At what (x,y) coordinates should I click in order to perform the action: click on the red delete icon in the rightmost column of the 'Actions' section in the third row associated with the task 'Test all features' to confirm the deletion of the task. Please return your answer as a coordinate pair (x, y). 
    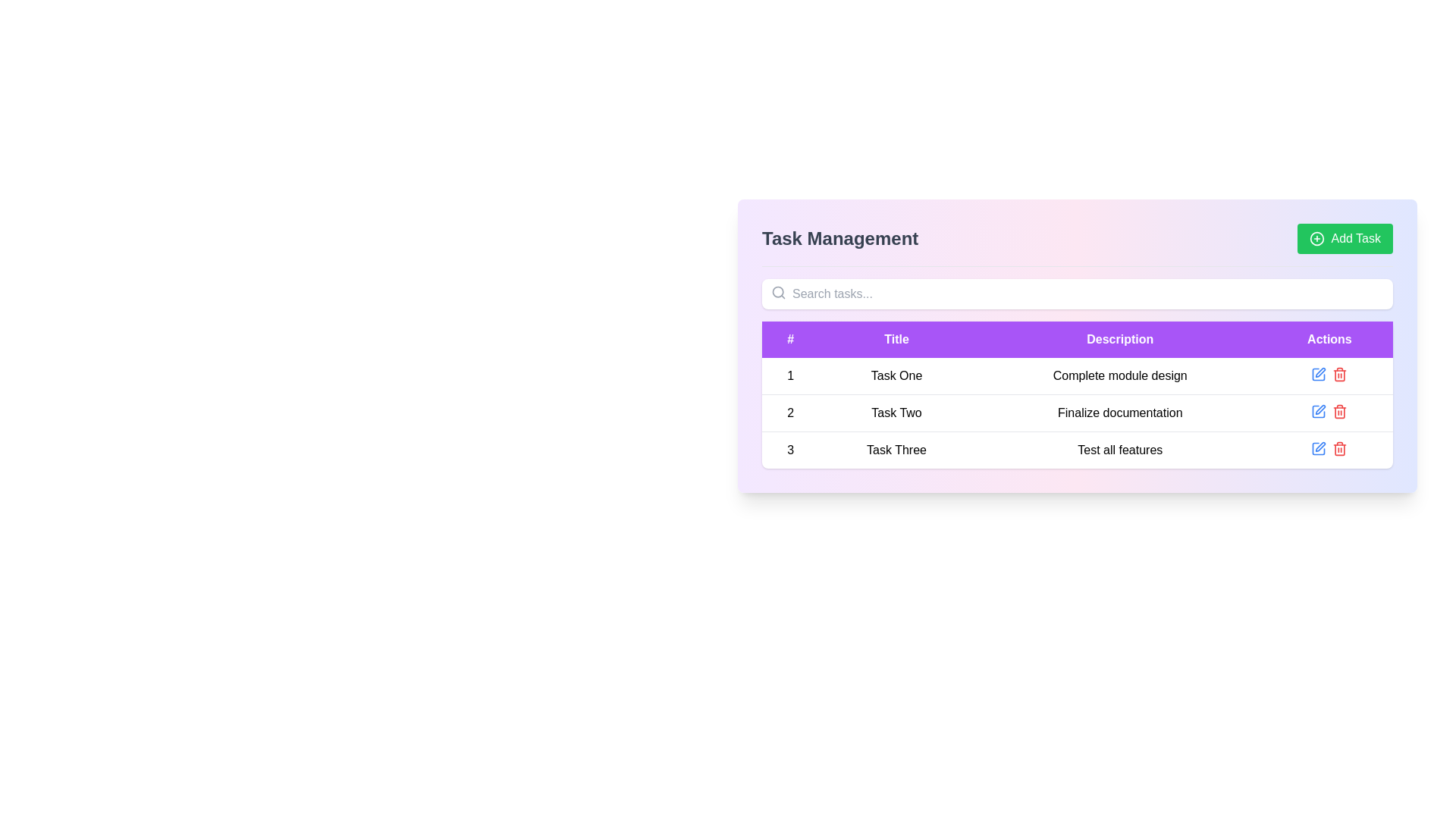
    Looking at the image, I should click on (1329, 447).